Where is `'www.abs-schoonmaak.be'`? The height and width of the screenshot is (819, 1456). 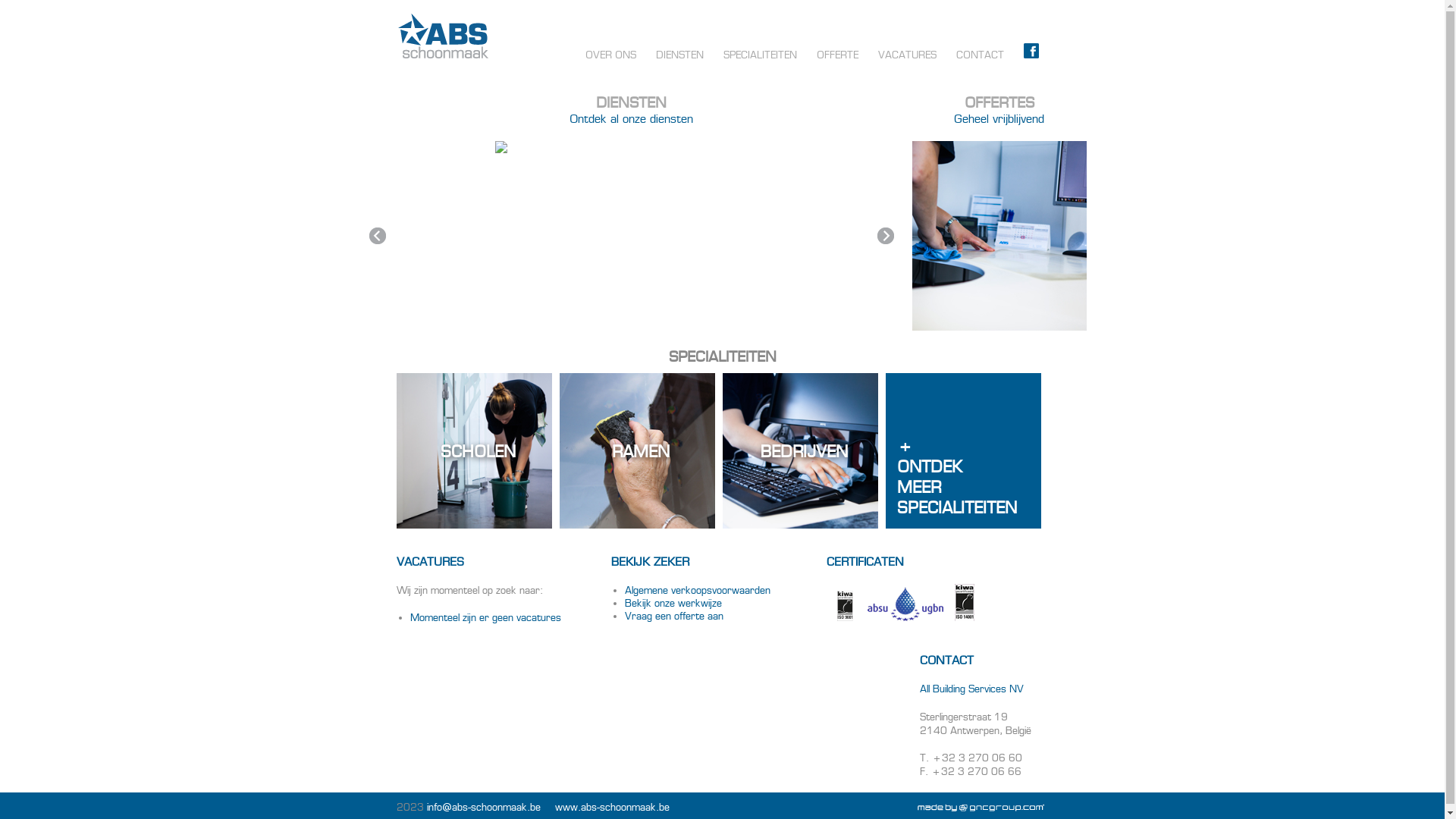
'www.abs-schoonmaak.be' is located at coordinates (612, 806).